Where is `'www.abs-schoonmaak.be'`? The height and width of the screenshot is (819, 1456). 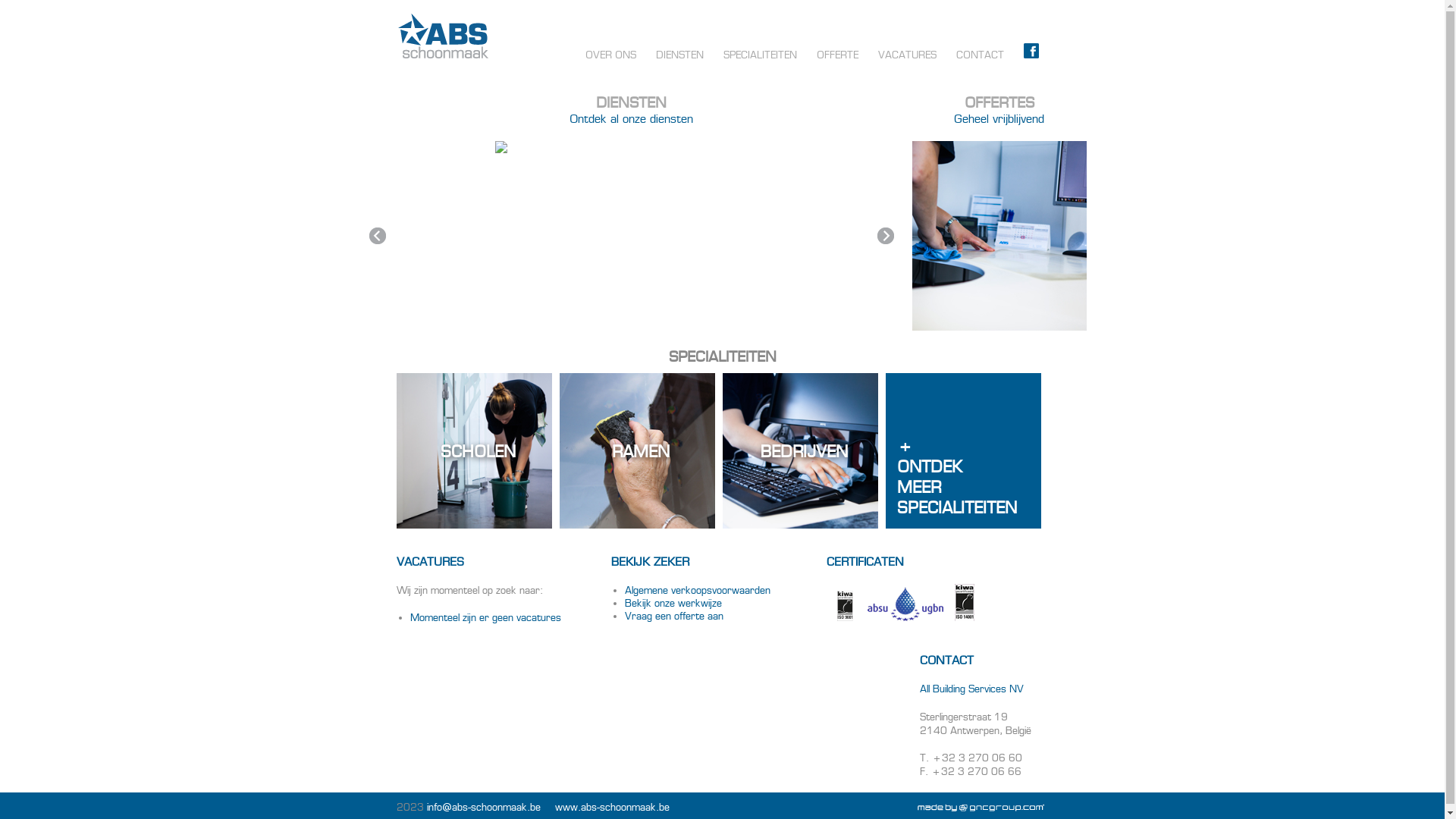
'www.abs-schoonmaak.be' is located at coordinates (612, 806).